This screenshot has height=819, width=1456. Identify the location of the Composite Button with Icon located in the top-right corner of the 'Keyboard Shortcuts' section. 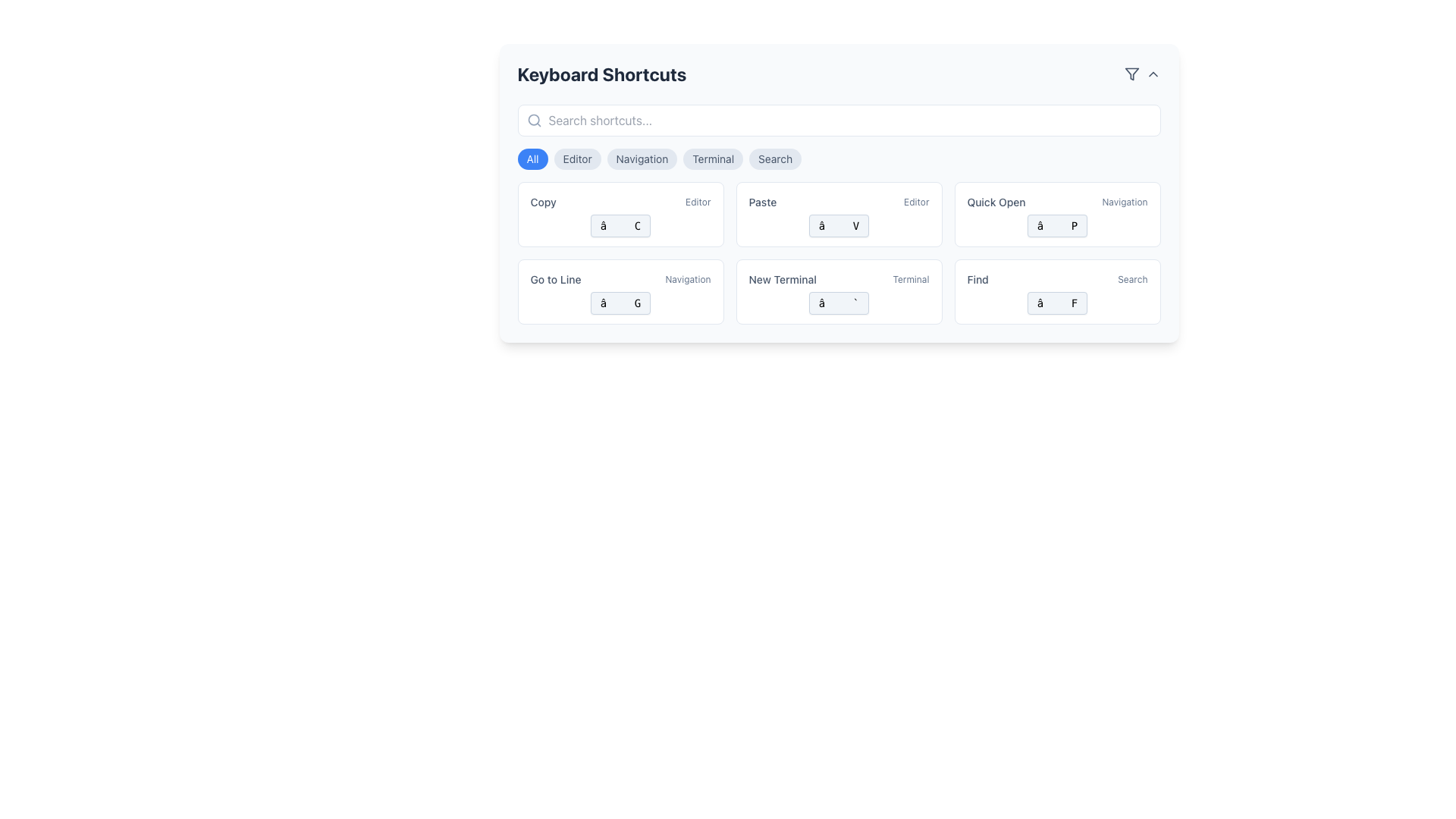
(1142, 74).